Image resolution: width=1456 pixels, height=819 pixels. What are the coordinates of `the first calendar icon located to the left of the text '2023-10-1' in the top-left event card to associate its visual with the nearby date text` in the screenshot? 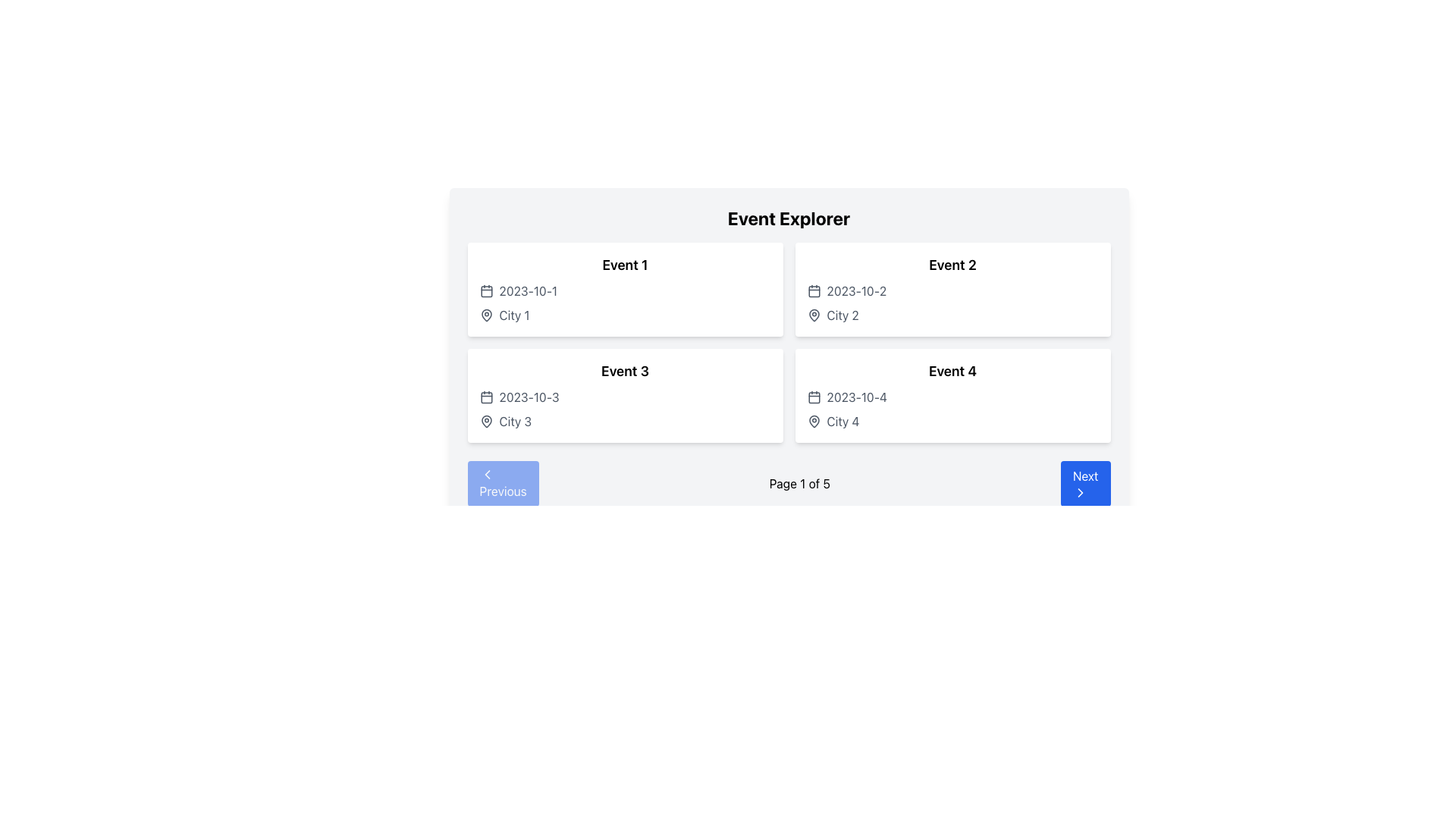 It's located at (486, 291).